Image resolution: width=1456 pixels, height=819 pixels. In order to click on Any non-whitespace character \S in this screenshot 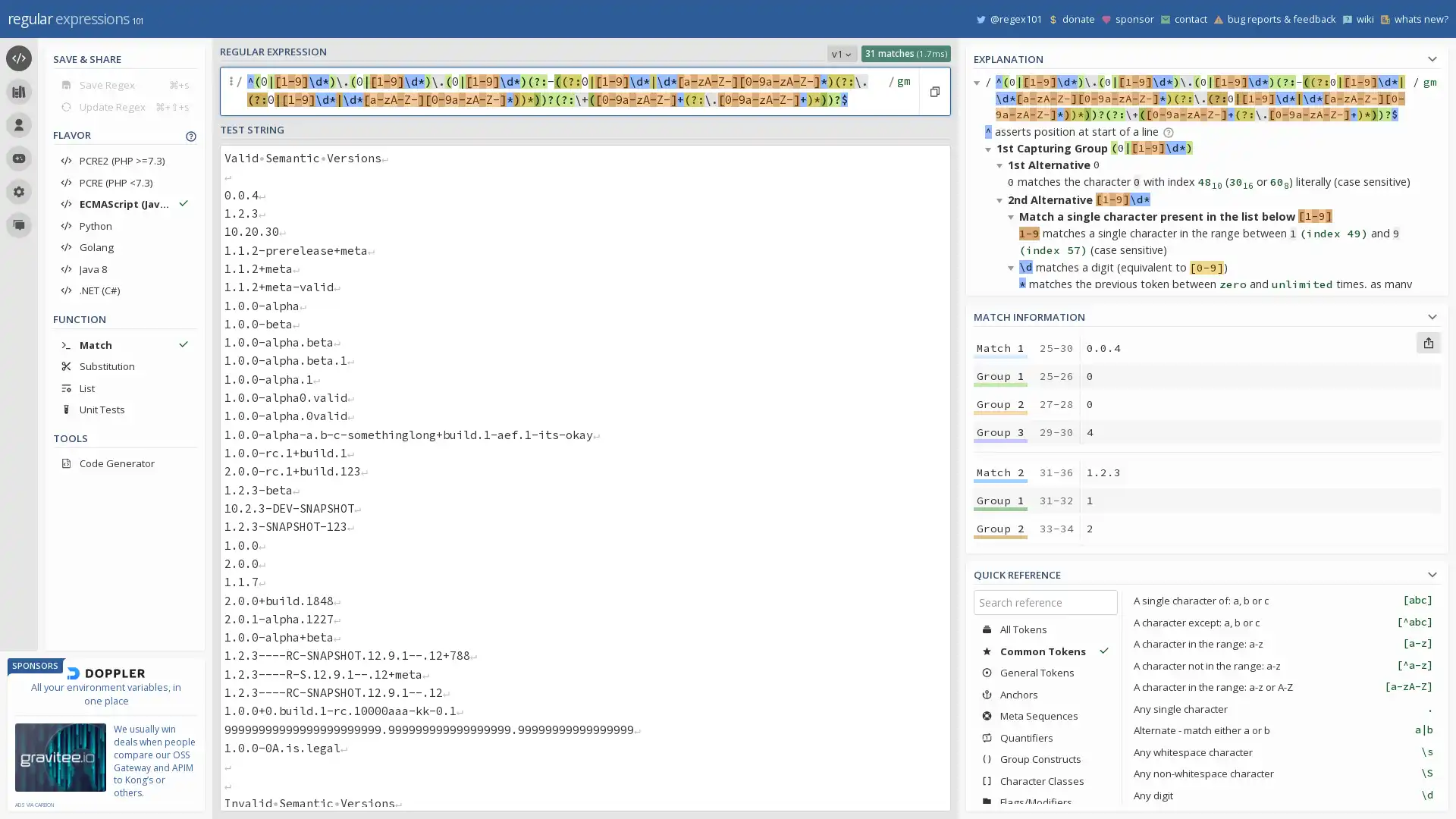, I will do `click(1282, 773)`.